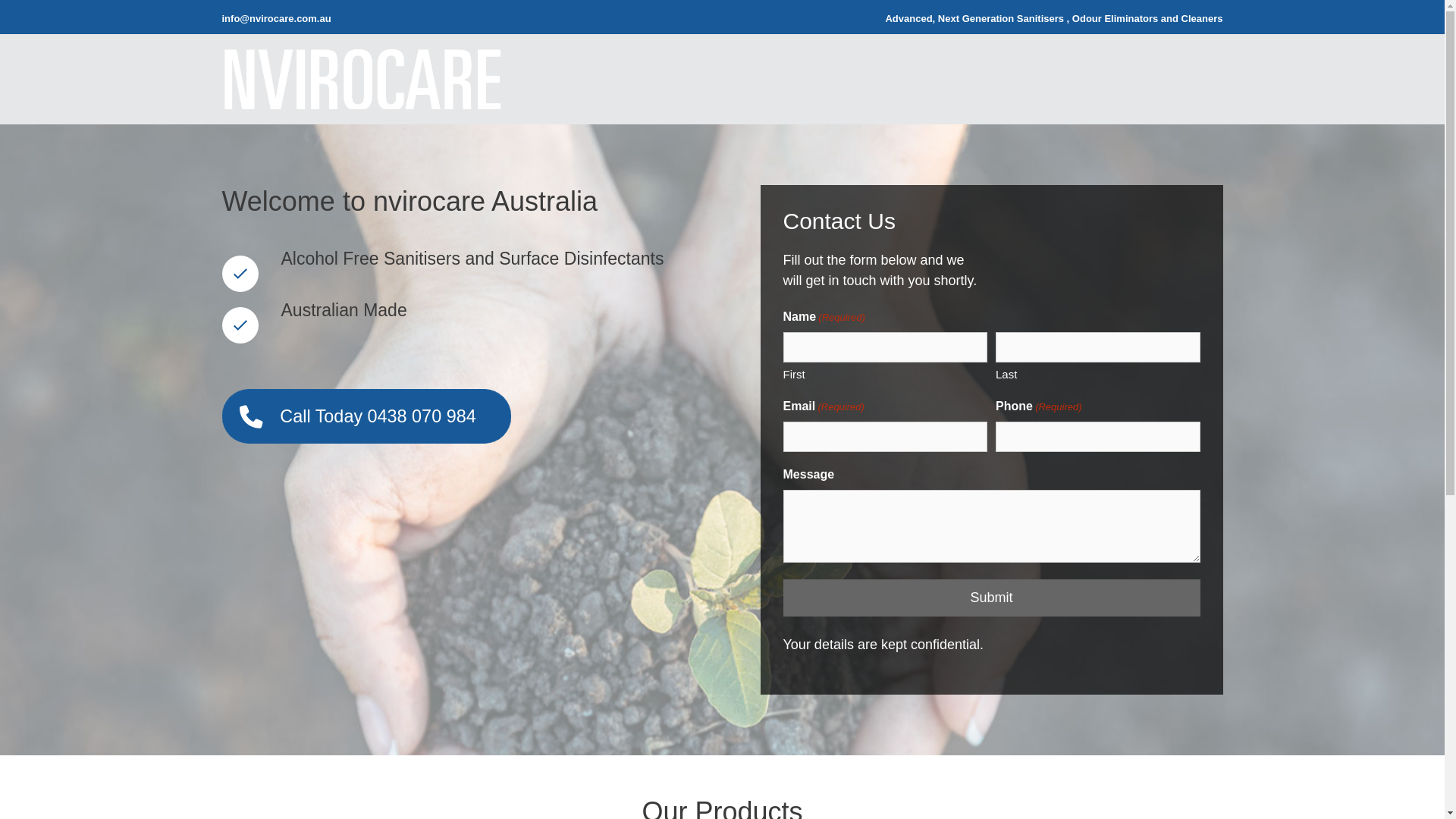  What do you see at coordinates (239, 274) in the screenshot?
I see `'Alcohol Free Sanitisers and Surface Disinfectants'` at bounding box center [239, 274].